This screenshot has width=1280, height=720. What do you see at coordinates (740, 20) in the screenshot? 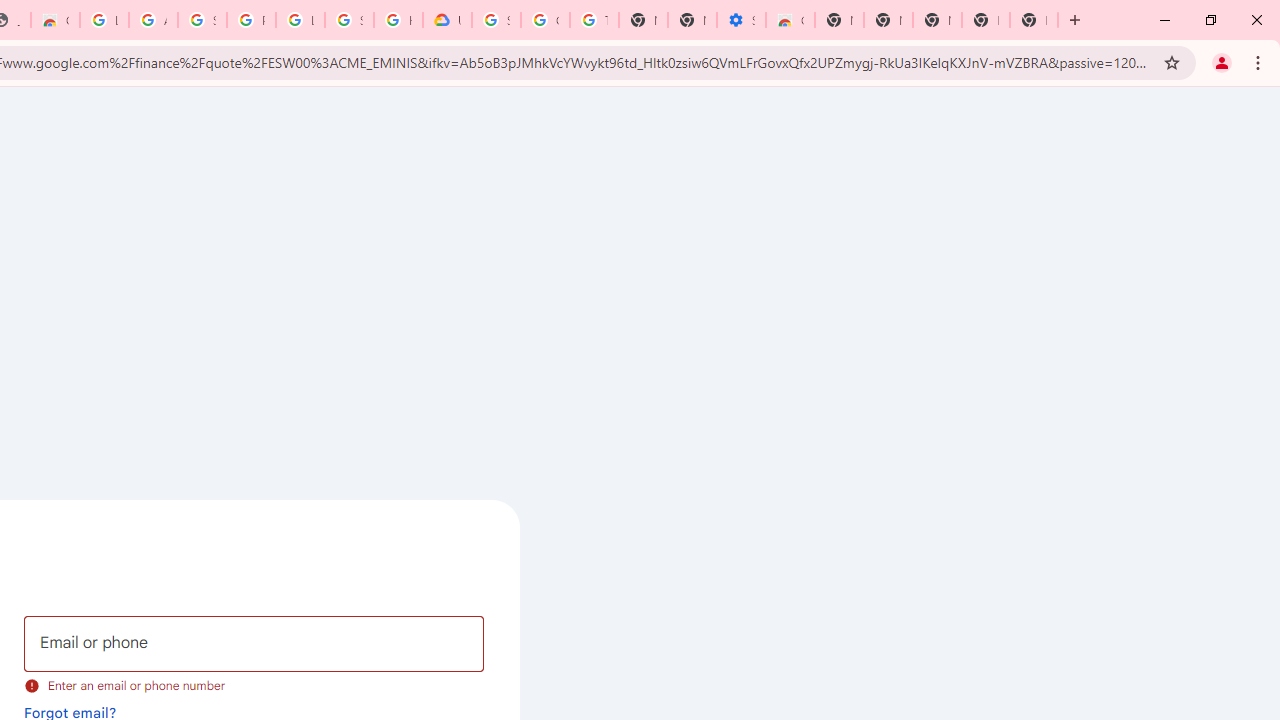
I see `'Settings - Accessibility'` at bounding box center [740, 20].